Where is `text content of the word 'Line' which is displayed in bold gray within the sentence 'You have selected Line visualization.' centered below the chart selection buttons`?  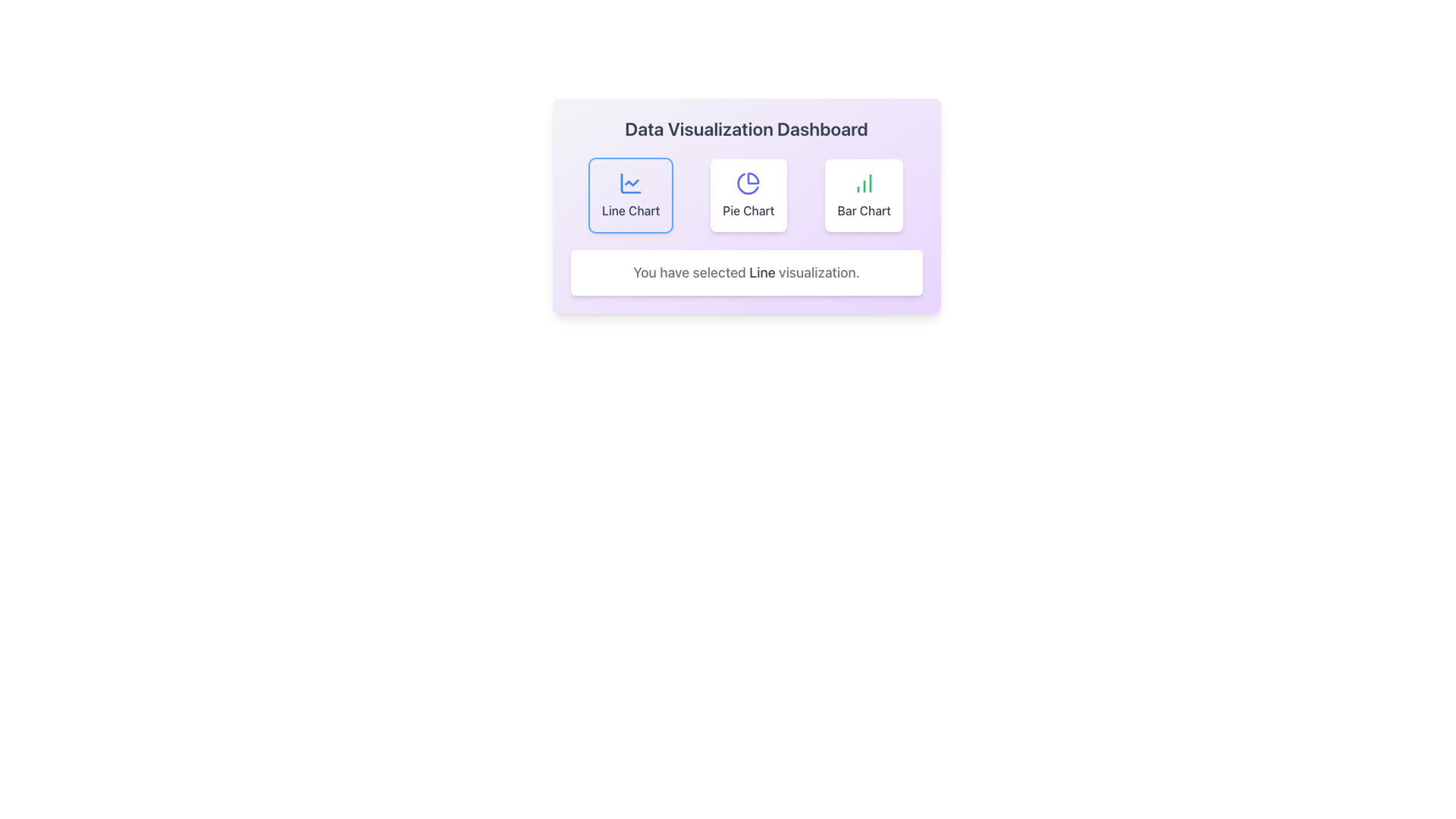 text content of the word 'Line' which is displayed in bold gray within the sentence 'You have selected Line visualization.' centered below the chart selection buttons is located at coordinates (762, 271).